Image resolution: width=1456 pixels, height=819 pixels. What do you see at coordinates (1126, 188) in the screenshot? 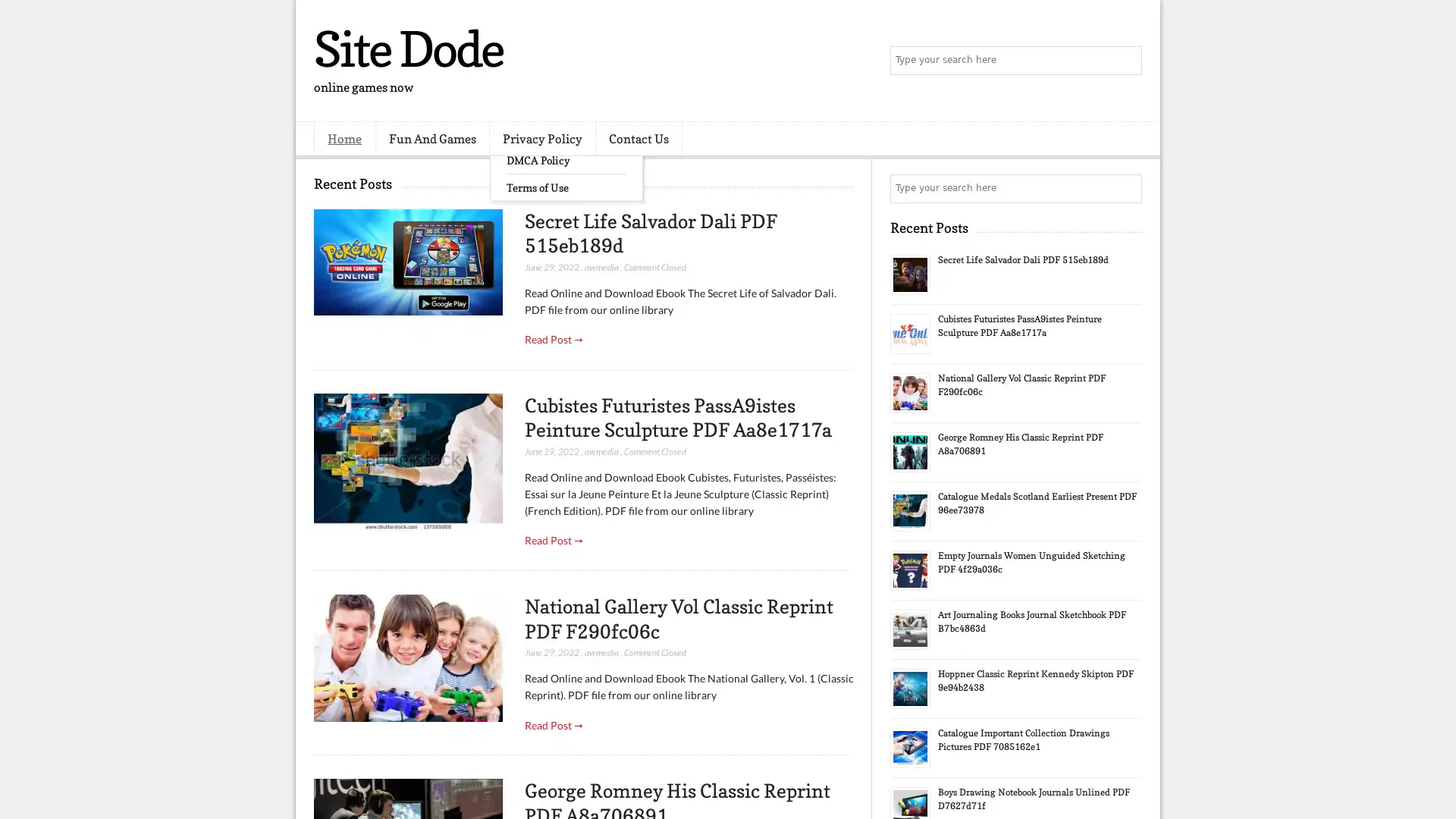
I see `Search` at bounding box center [1126, 188].